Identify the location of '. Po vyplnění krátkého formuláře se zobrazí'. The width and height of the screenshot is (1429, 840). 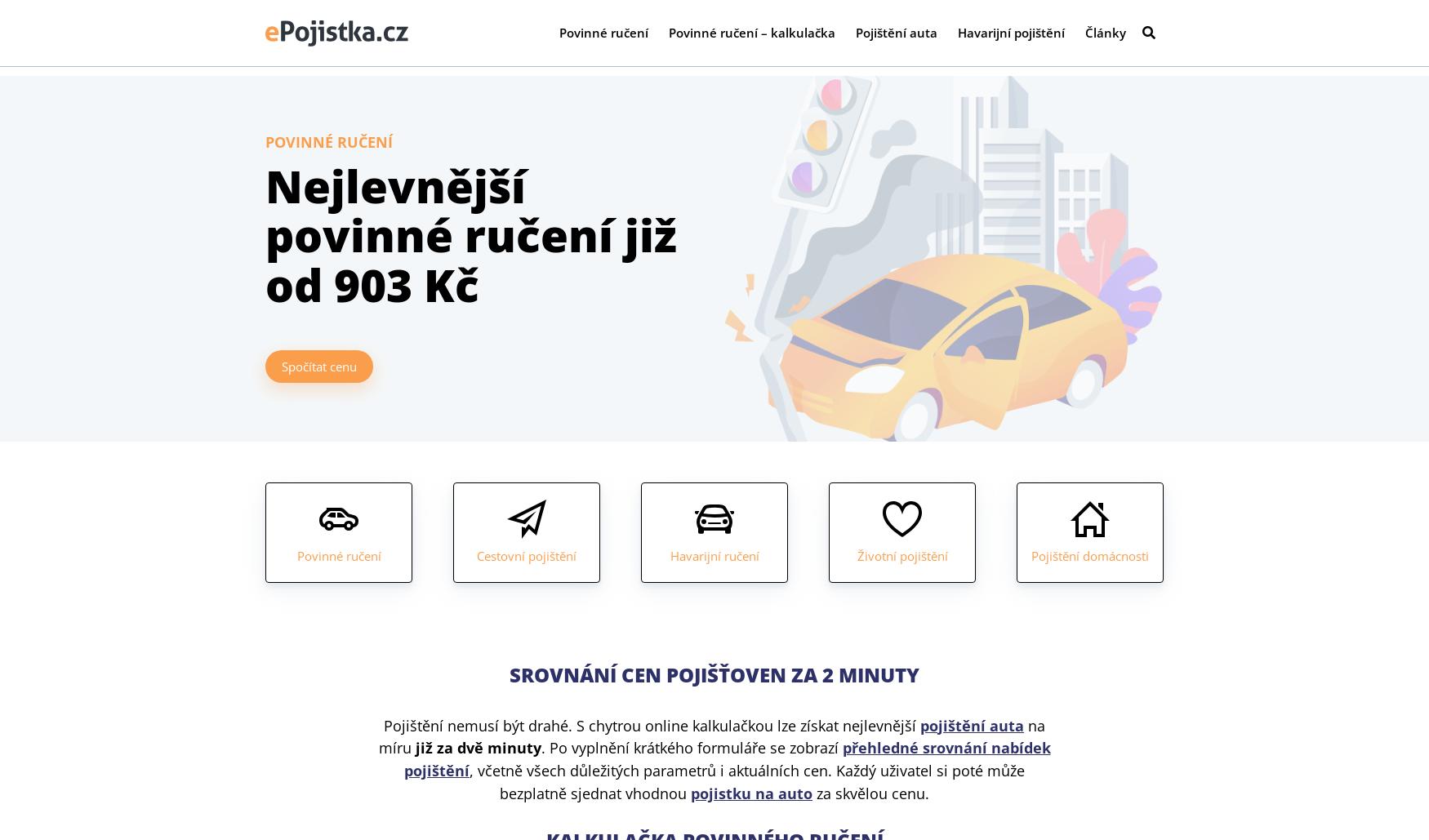
(691, 748).